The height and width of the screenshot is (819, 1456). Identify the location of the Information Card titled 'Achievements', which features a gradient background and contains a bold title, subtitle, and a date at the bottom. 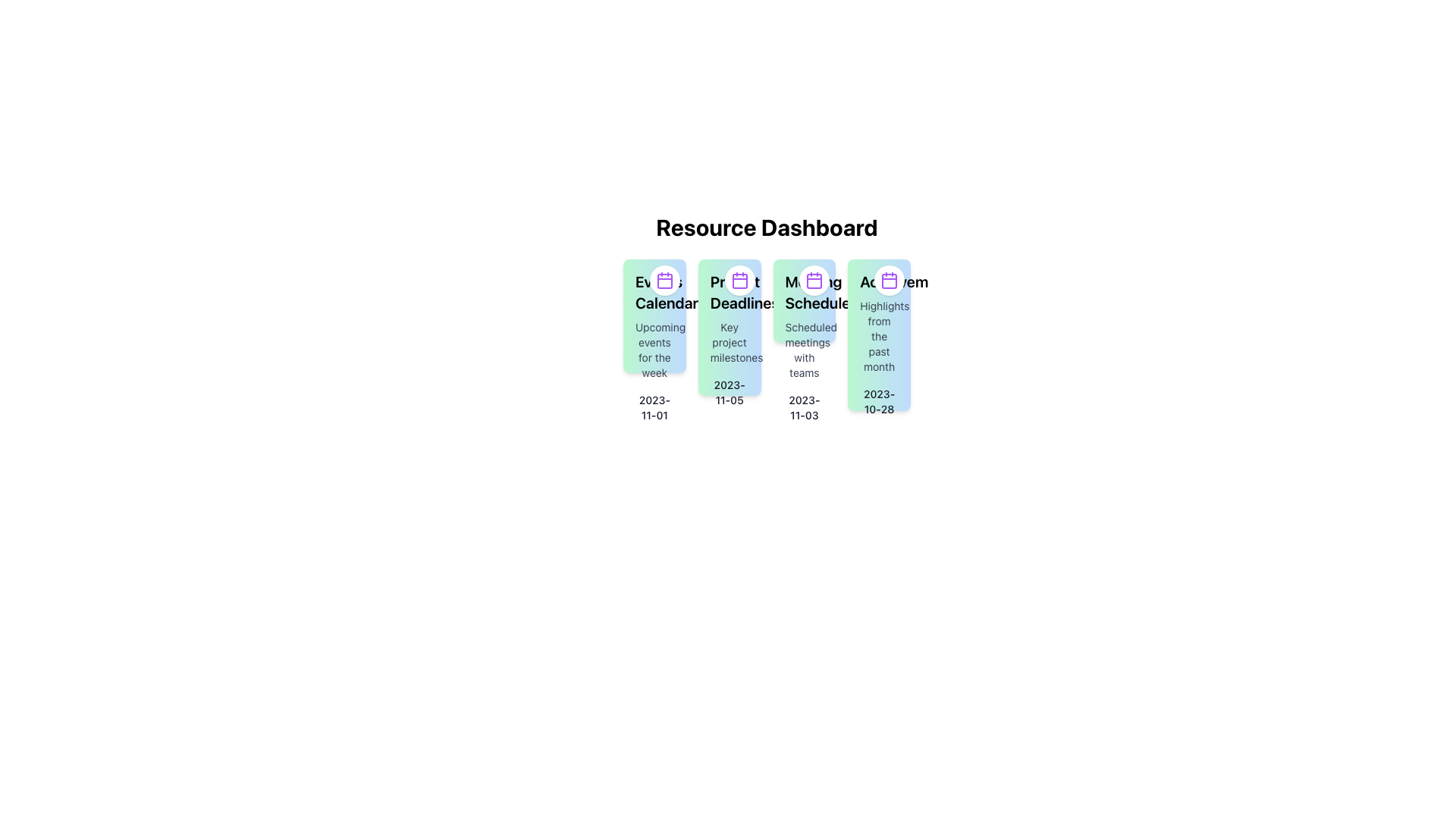
(879, 334).